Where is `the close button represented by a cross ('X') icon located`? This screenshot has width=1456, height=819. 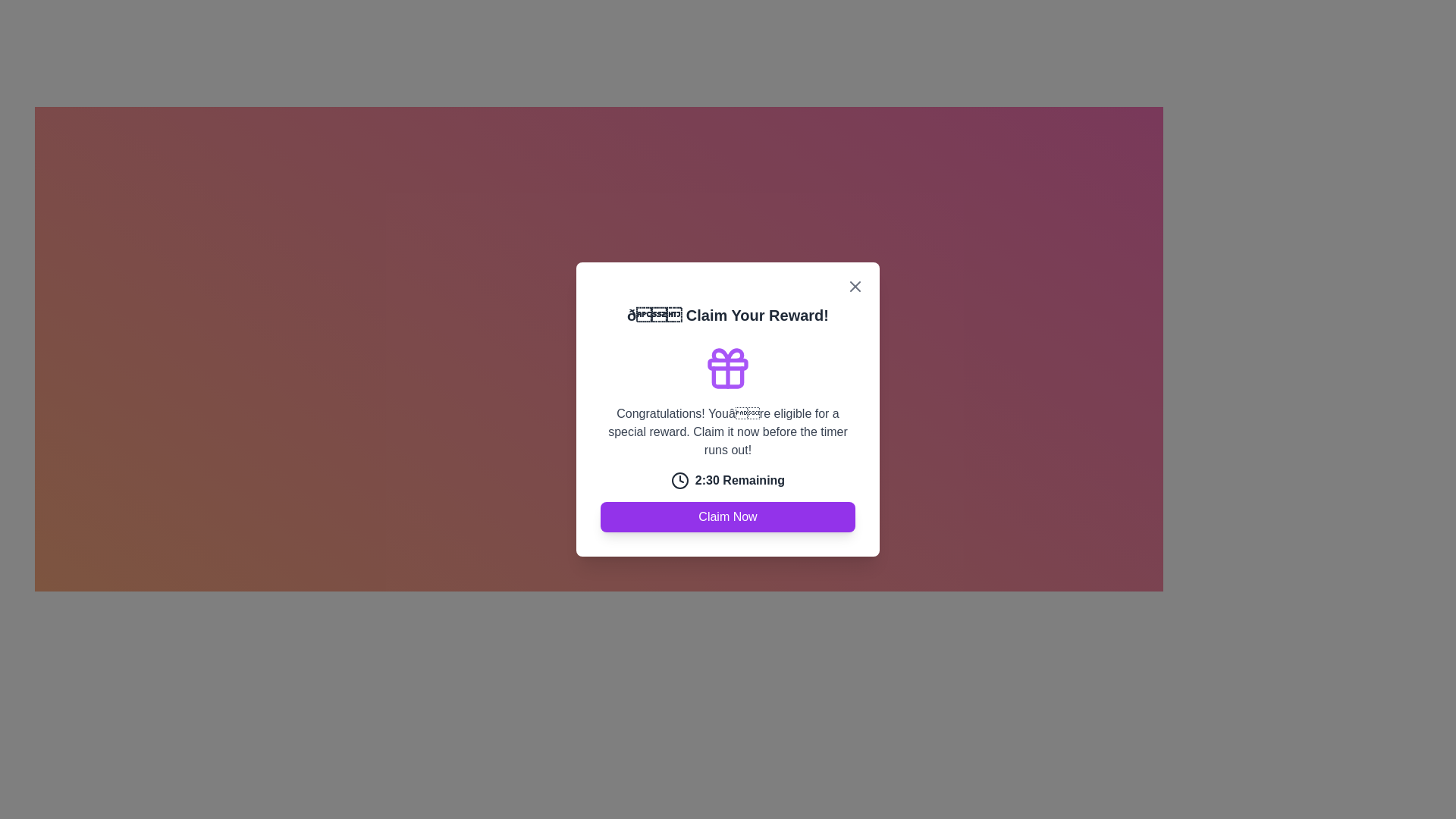
the close button represented by a cross ('X') icon located is located at coordinates (855, 287).